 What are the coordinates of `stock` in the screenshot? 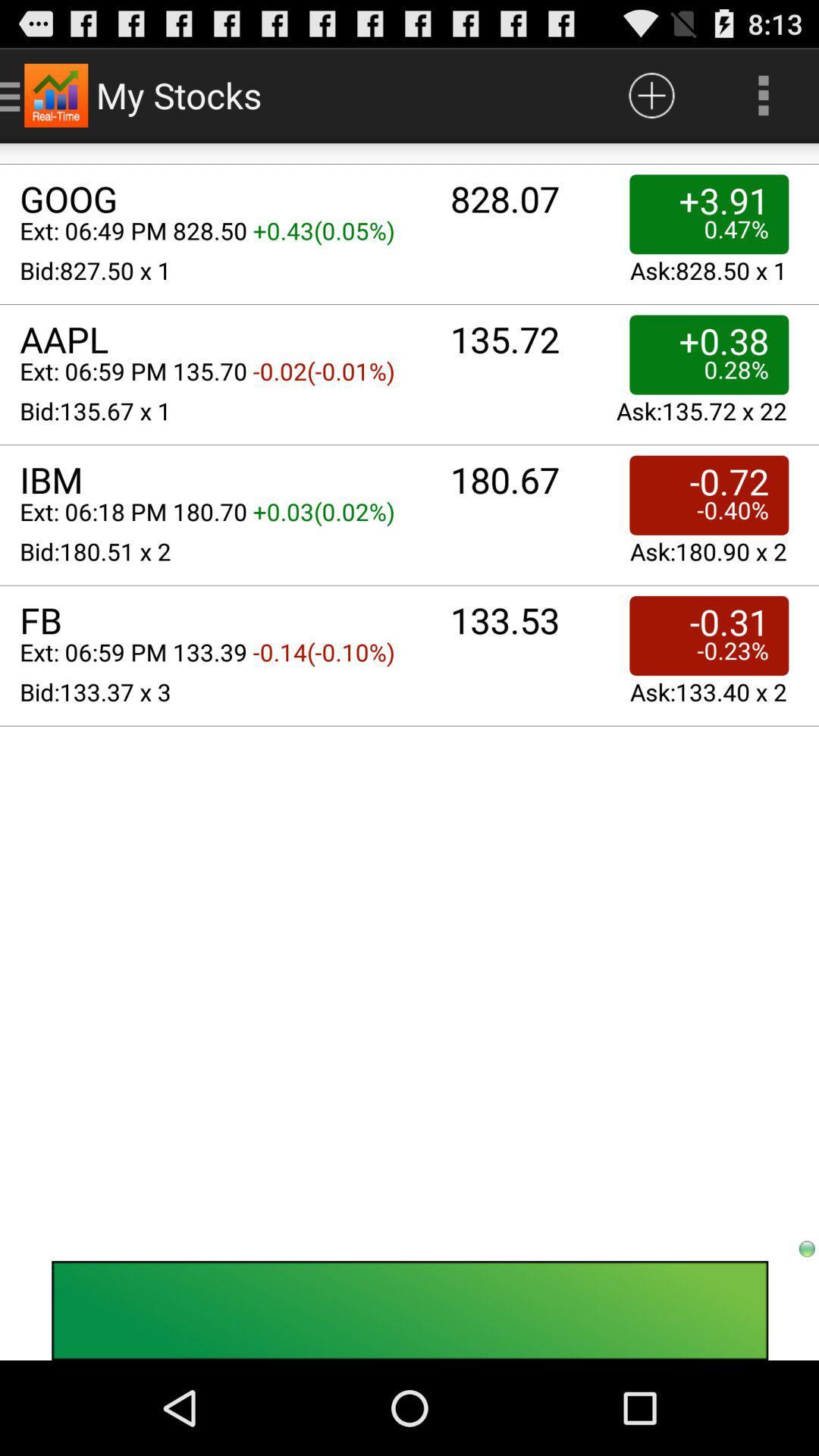 It's located at (651, 94).